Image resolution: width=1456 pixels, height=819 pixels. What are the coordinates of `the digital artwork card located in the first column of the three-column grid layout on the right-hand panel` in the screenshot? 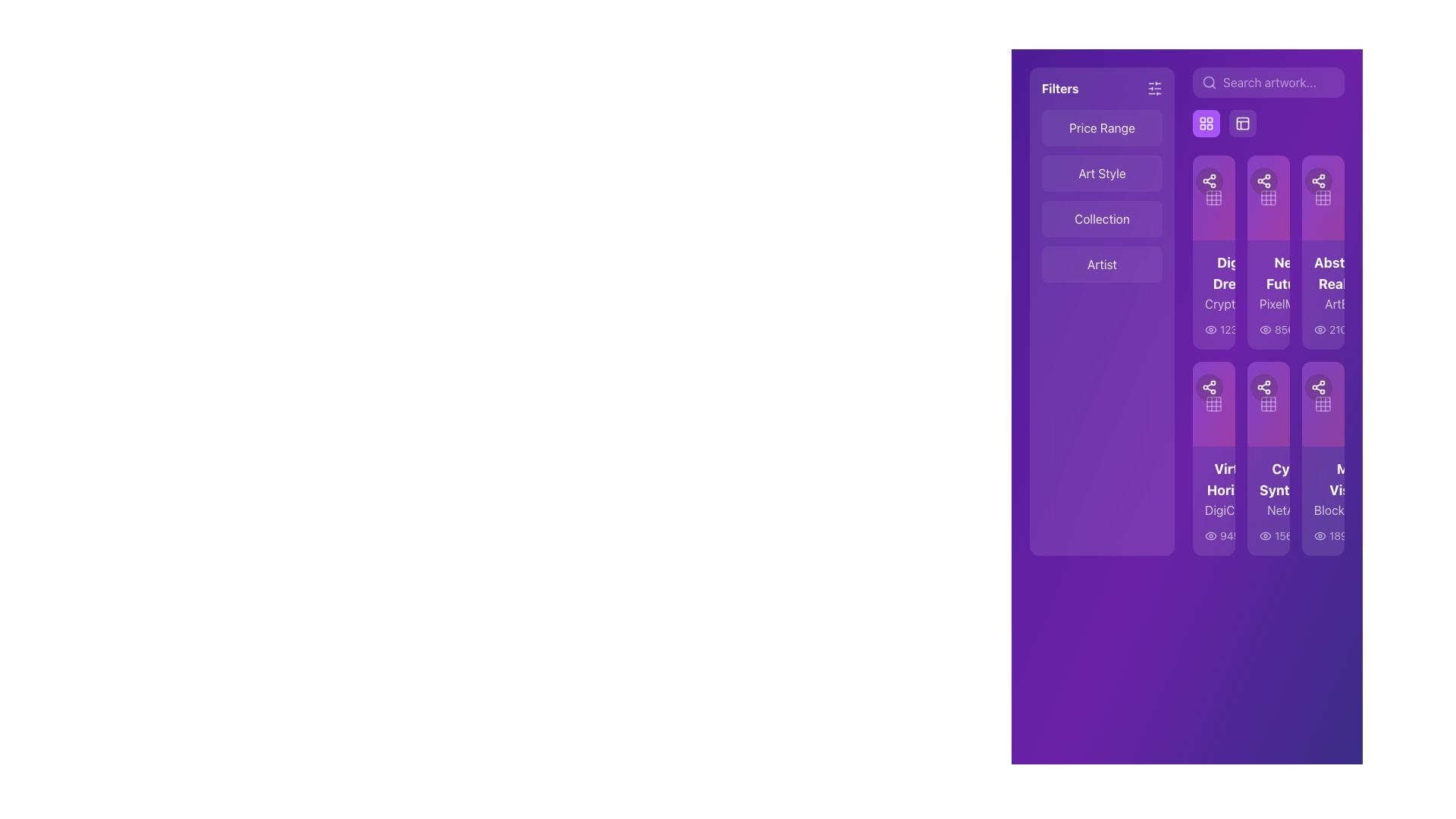 It's located at (1214, 251).